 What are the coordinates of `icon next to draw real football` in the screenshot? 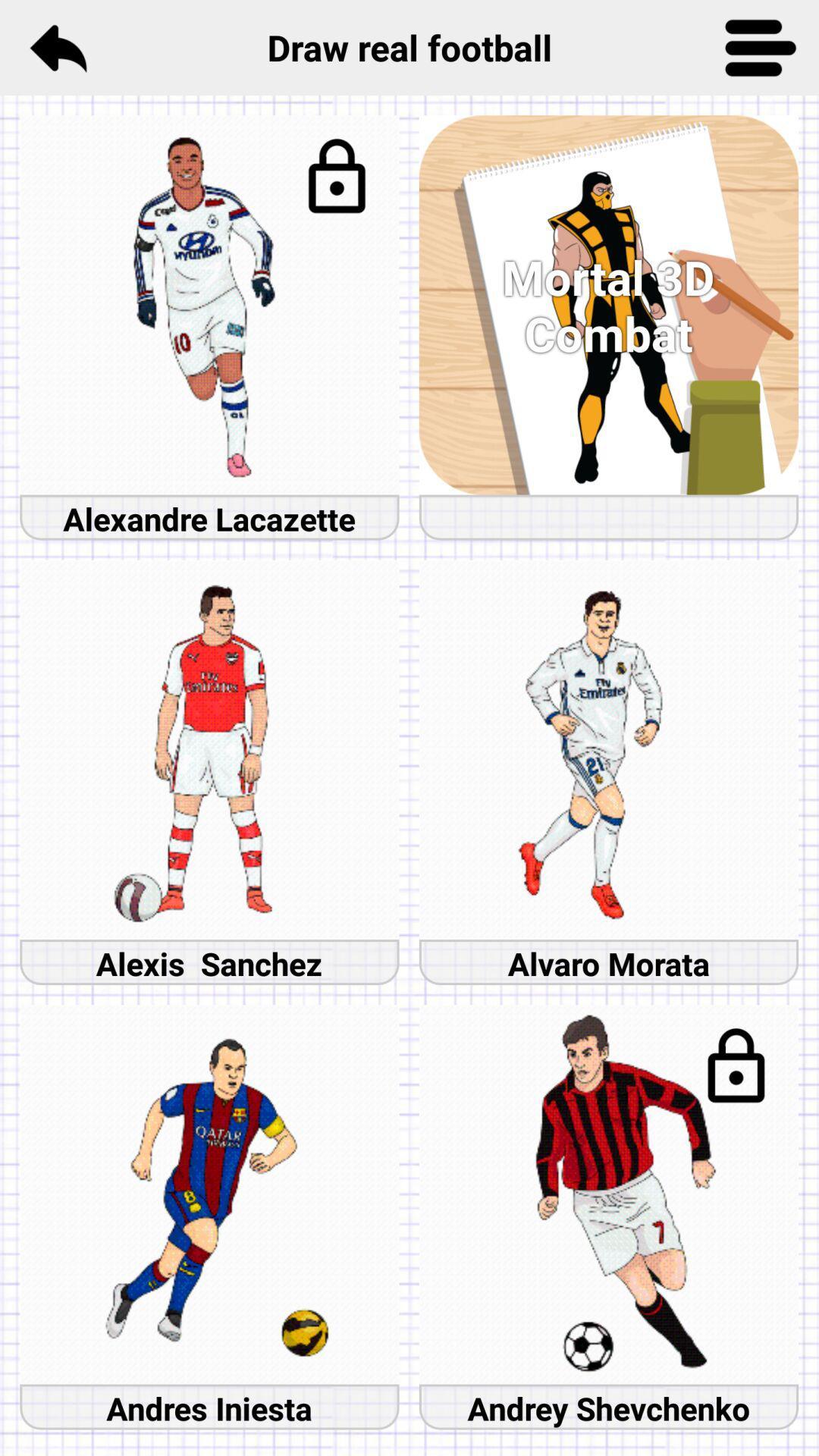 It's located at (761, 47).